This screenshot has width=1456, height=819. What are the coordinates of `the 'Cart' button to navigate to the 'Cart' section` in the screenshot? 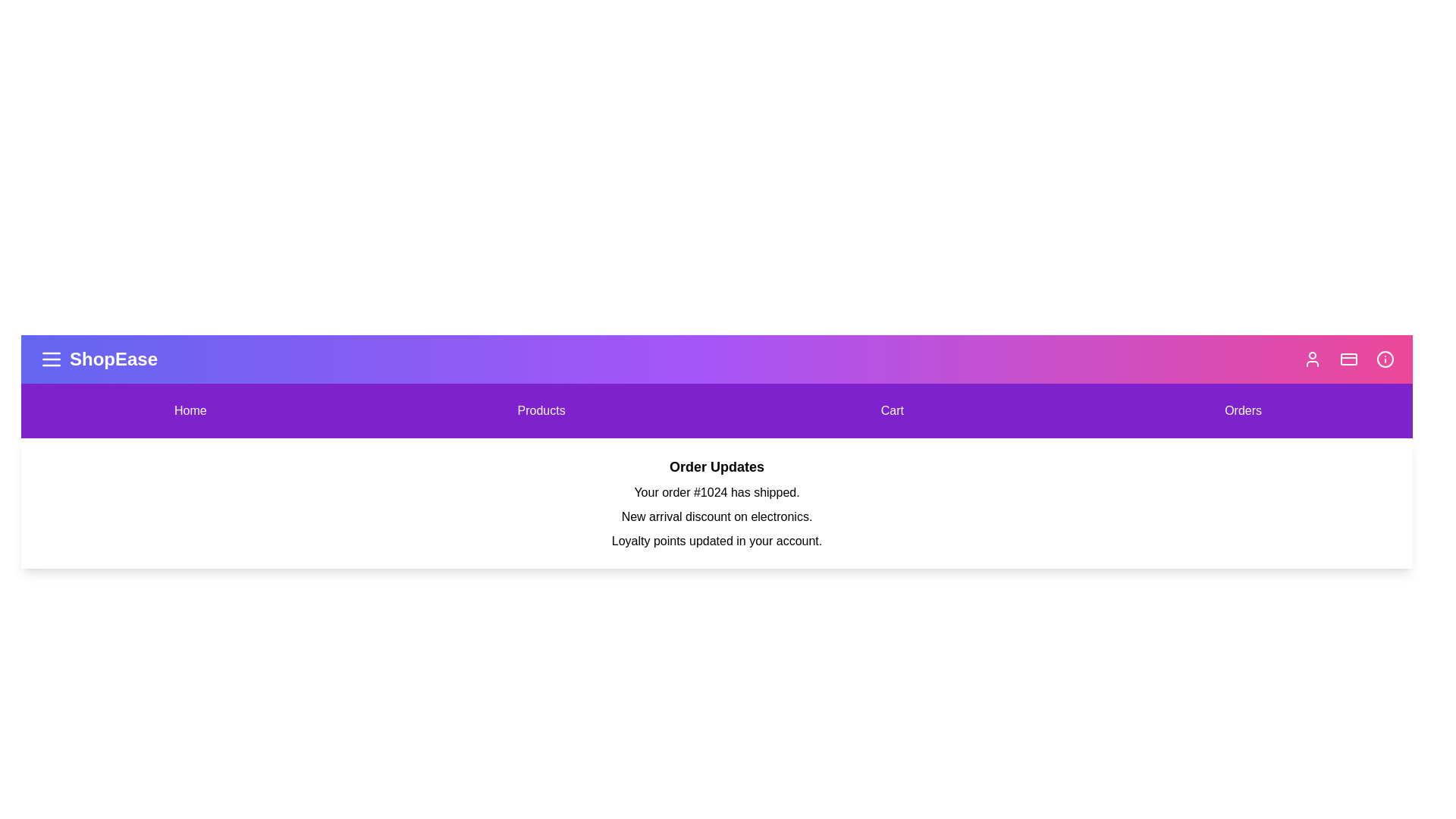 It's located at (892, 411).